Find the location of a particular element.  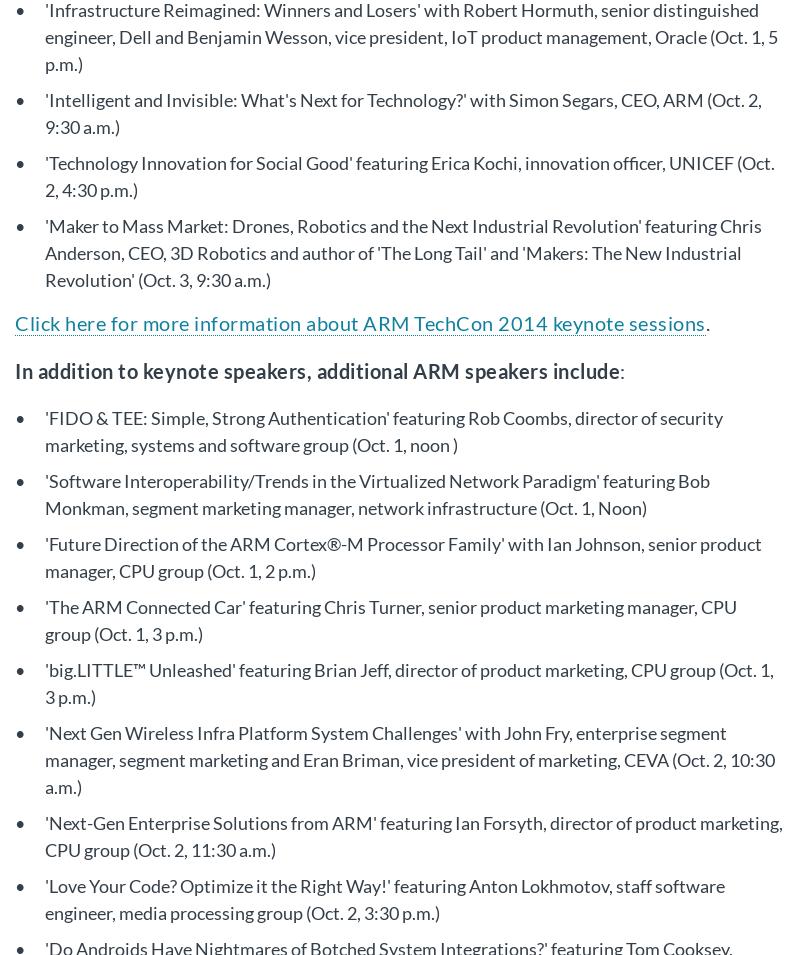

':' is located at coordinates (622, 370).